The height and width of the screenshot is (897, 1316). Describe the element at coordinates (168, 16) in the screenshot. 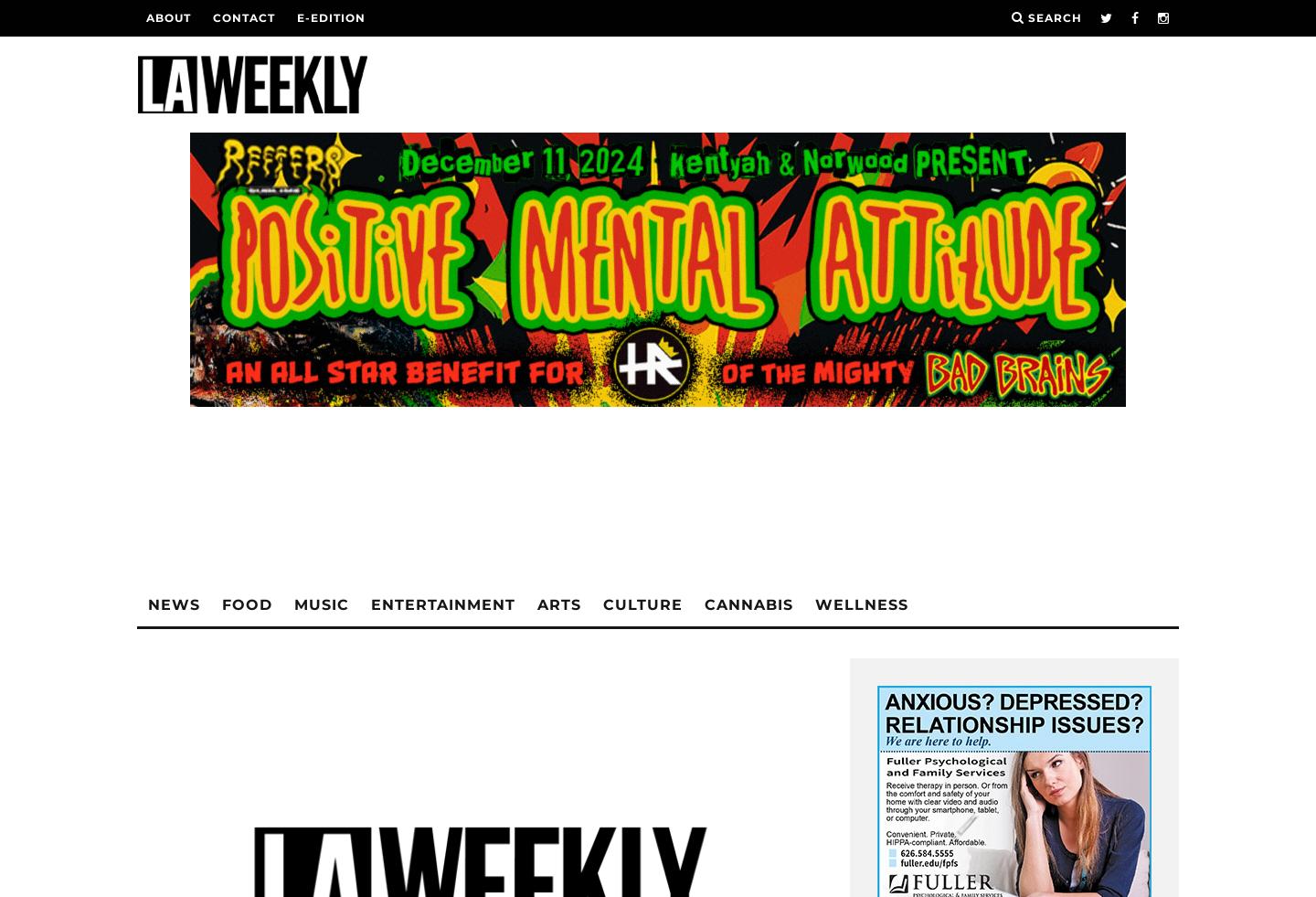

I see `'About'` at that location.